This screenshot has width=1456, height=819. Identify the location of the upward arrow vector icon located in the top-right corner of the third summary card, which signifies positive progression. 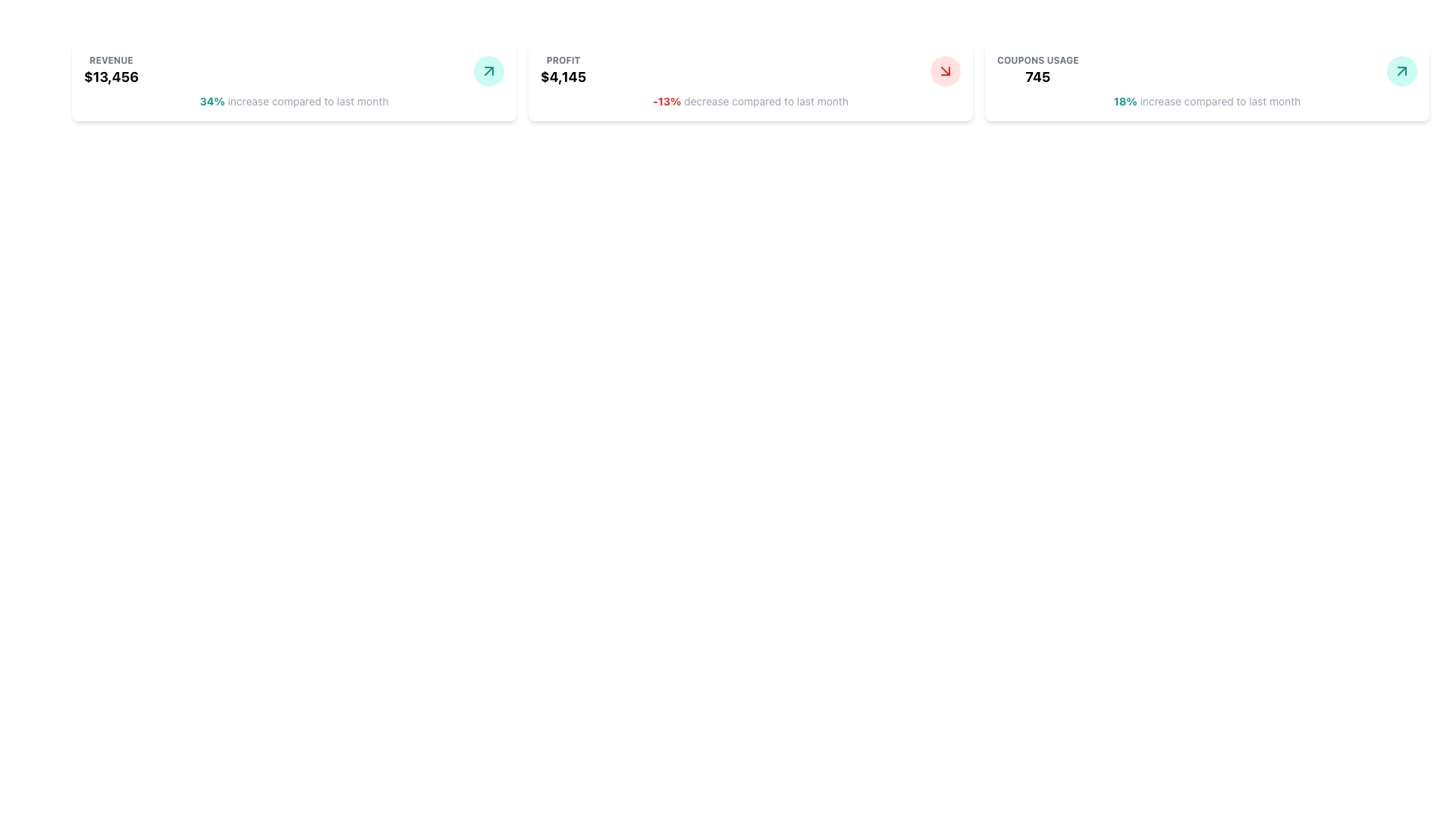
(488, 71).